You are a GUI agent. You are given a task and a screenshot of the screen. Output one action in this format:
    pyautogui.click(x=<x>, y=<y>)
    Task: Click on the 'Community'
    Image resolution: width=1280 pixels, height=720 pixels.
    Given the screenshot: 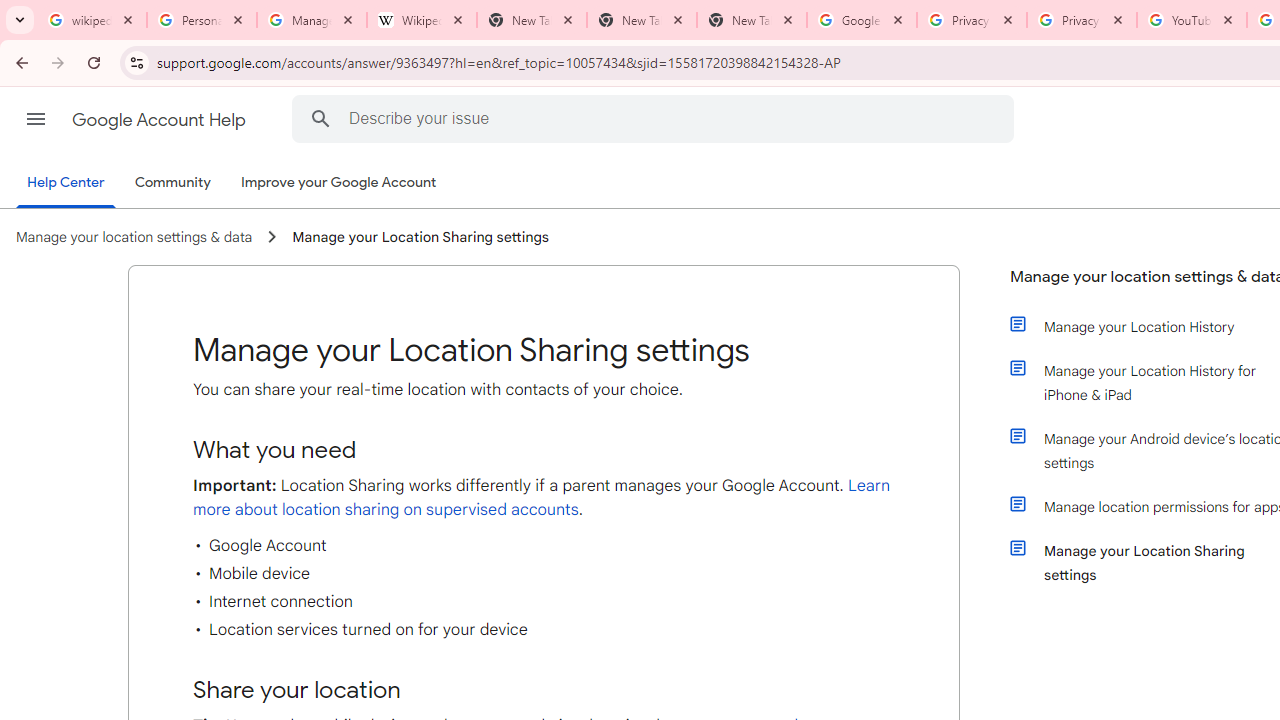 What is the action you would take?
    pyautogui.click(x=172, y=183)
    